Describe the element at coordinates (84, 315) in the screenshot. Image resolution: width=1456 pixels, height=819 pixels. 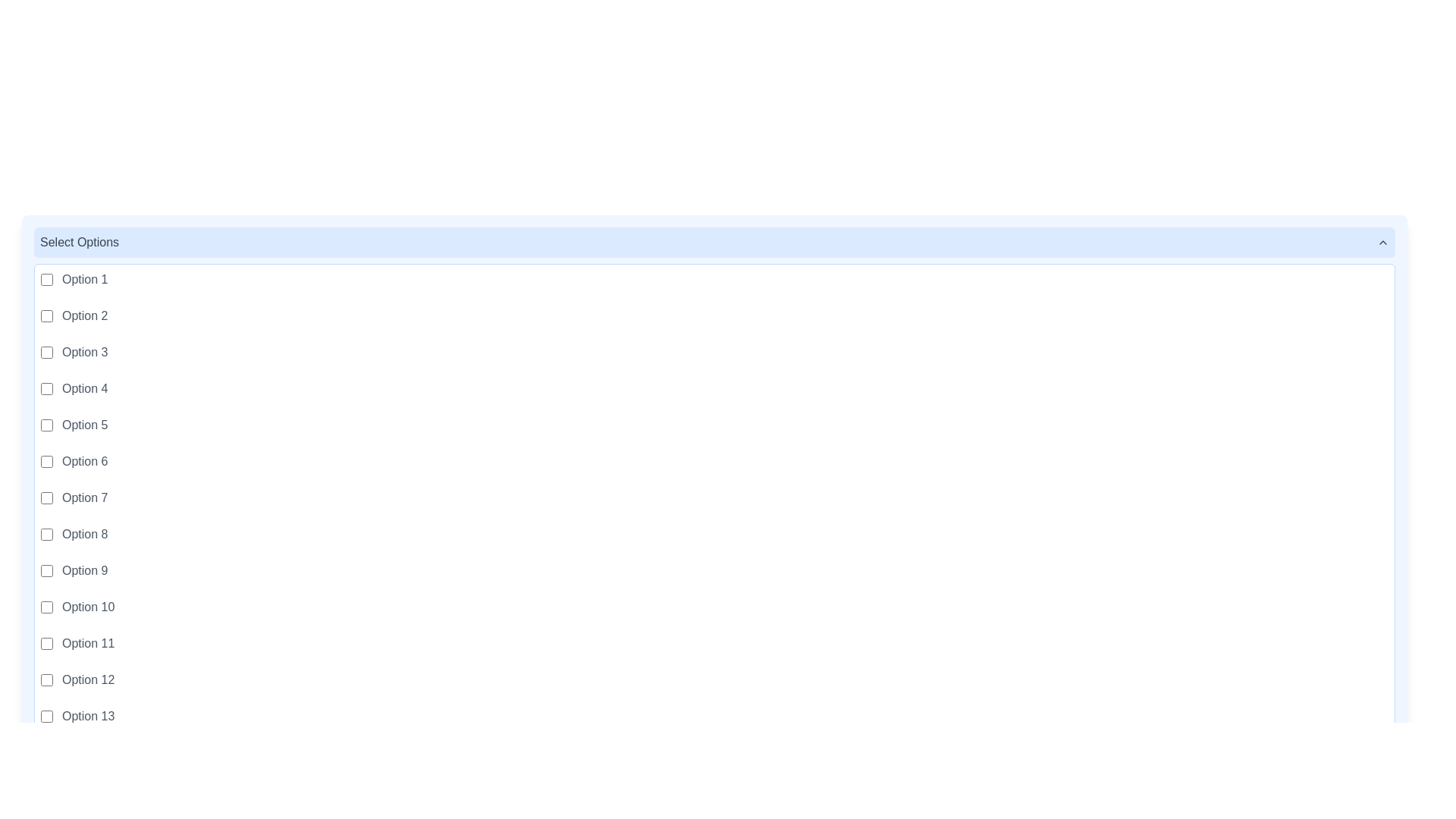
I see `the label 'Option 2' which provides a description for the corresponding checkbox in the multi-select list` at that location.